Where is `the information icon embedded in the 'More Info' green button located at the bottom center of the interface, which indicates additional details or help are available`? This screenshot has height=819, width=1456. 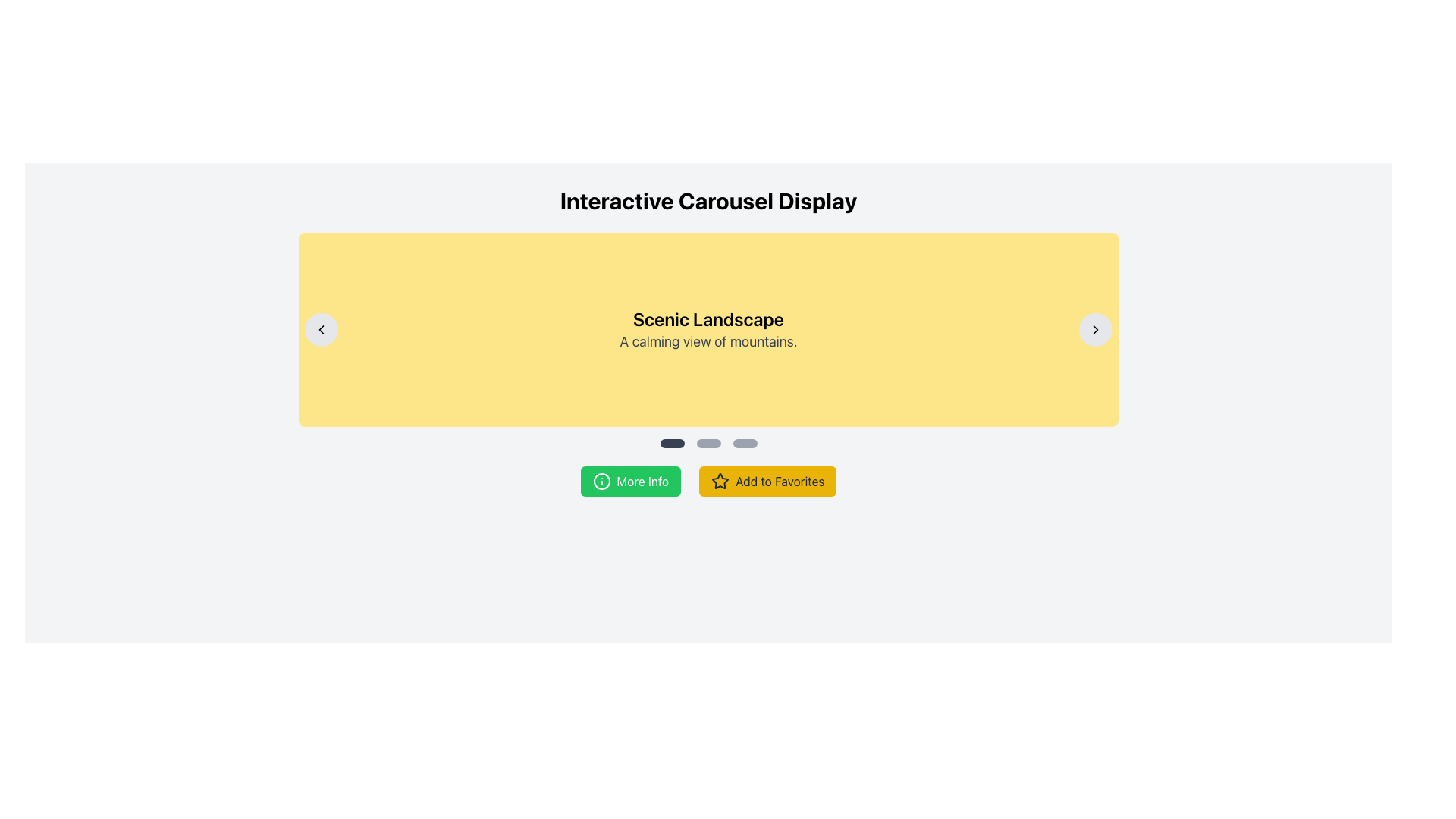
the information icon embedded in the 'More Info' green button located at the bottom center of the interface, which indicates additional details or help are available is located at coordinates (601, 482).